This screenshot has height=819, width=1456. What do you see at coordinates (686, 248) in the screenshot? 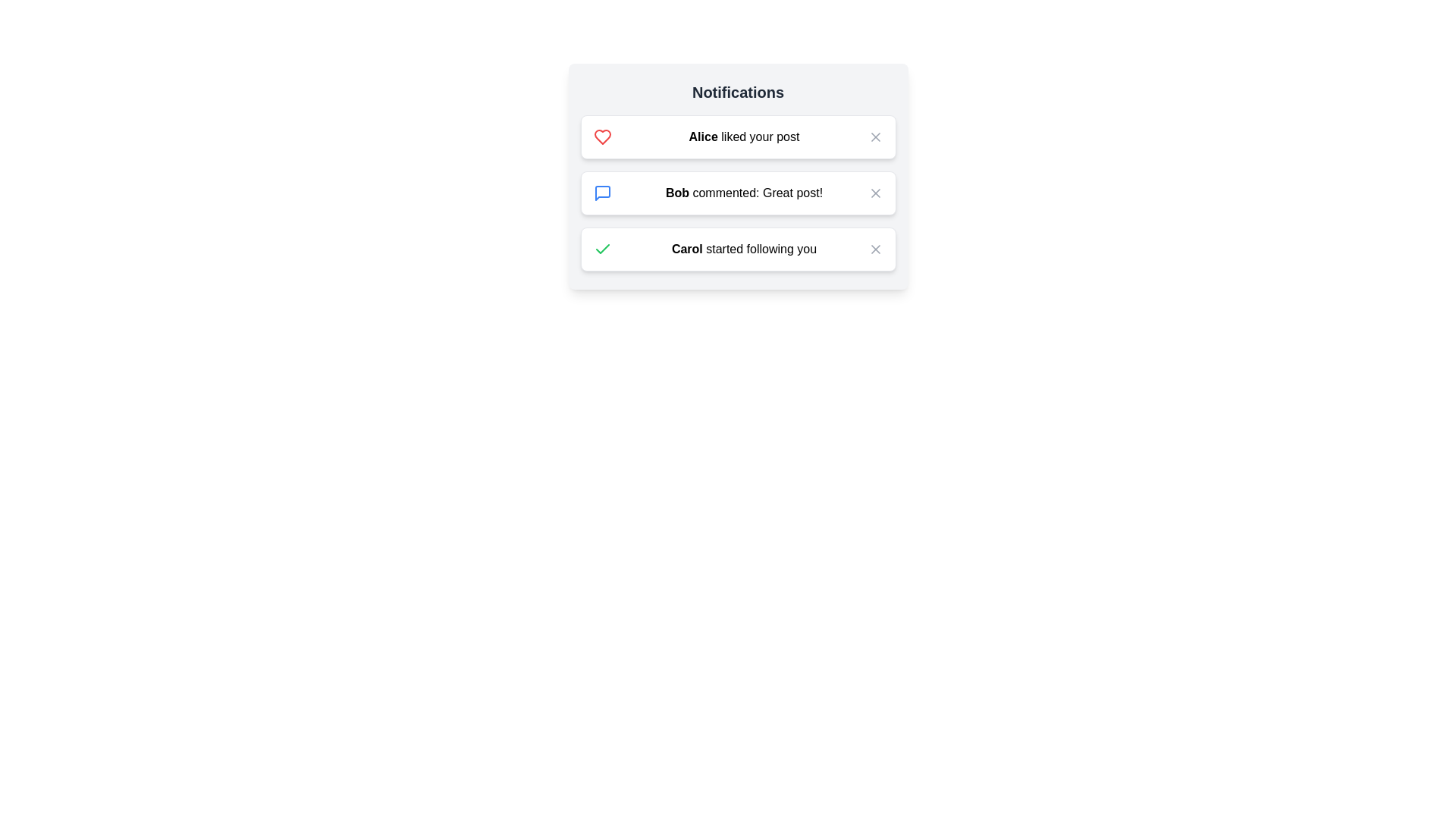
I see `the bolded text 'Carol' in the third notification of the Notifications modal dialogue, which is styled with a thicker font weight and positioned at the beginning of the notification's content description` at bounding box center [686, 248].